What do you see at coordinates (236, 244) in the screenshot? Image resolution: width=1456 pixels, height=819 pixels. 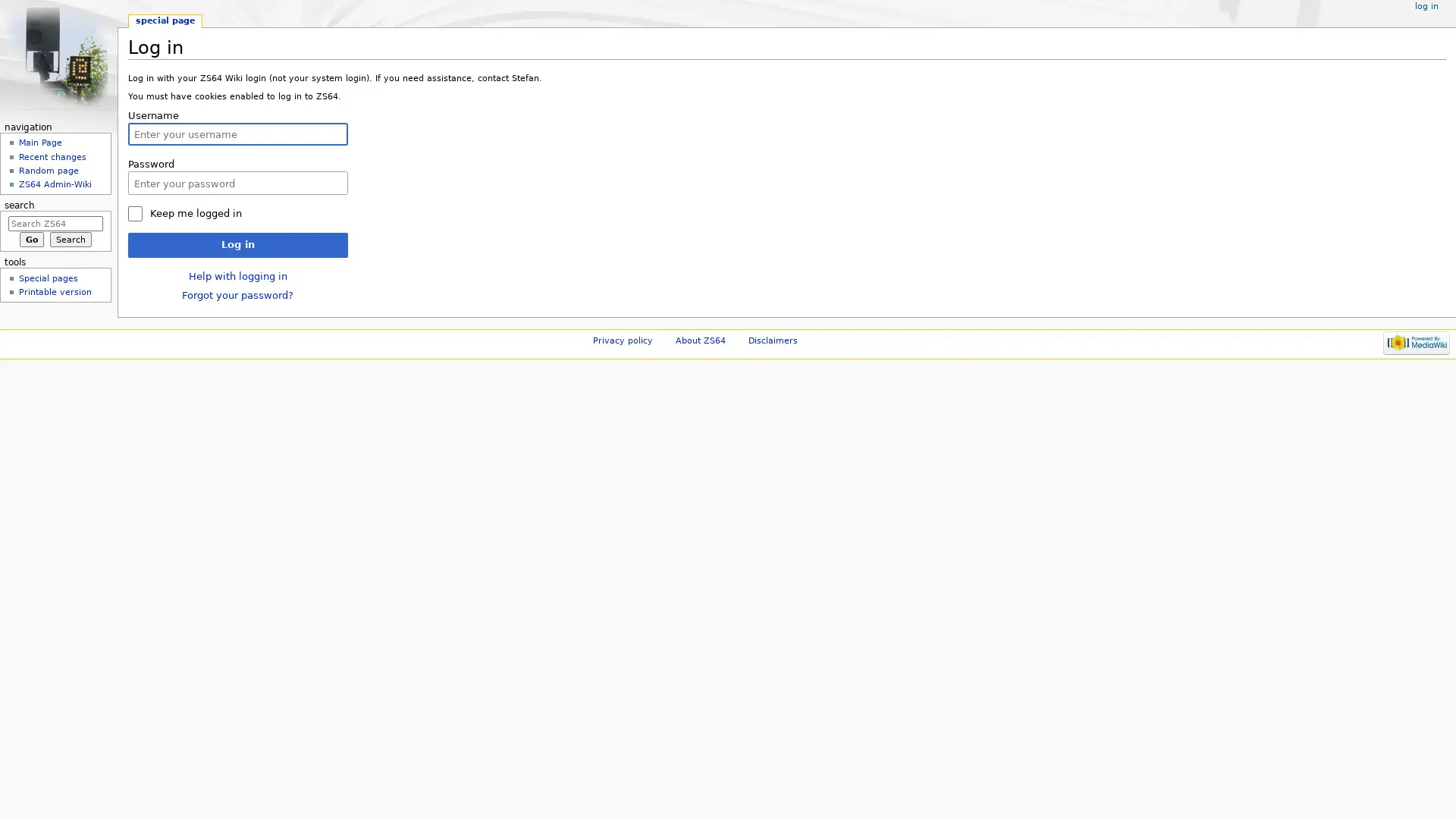 I see `Log in` at bounding box center [236, 244].